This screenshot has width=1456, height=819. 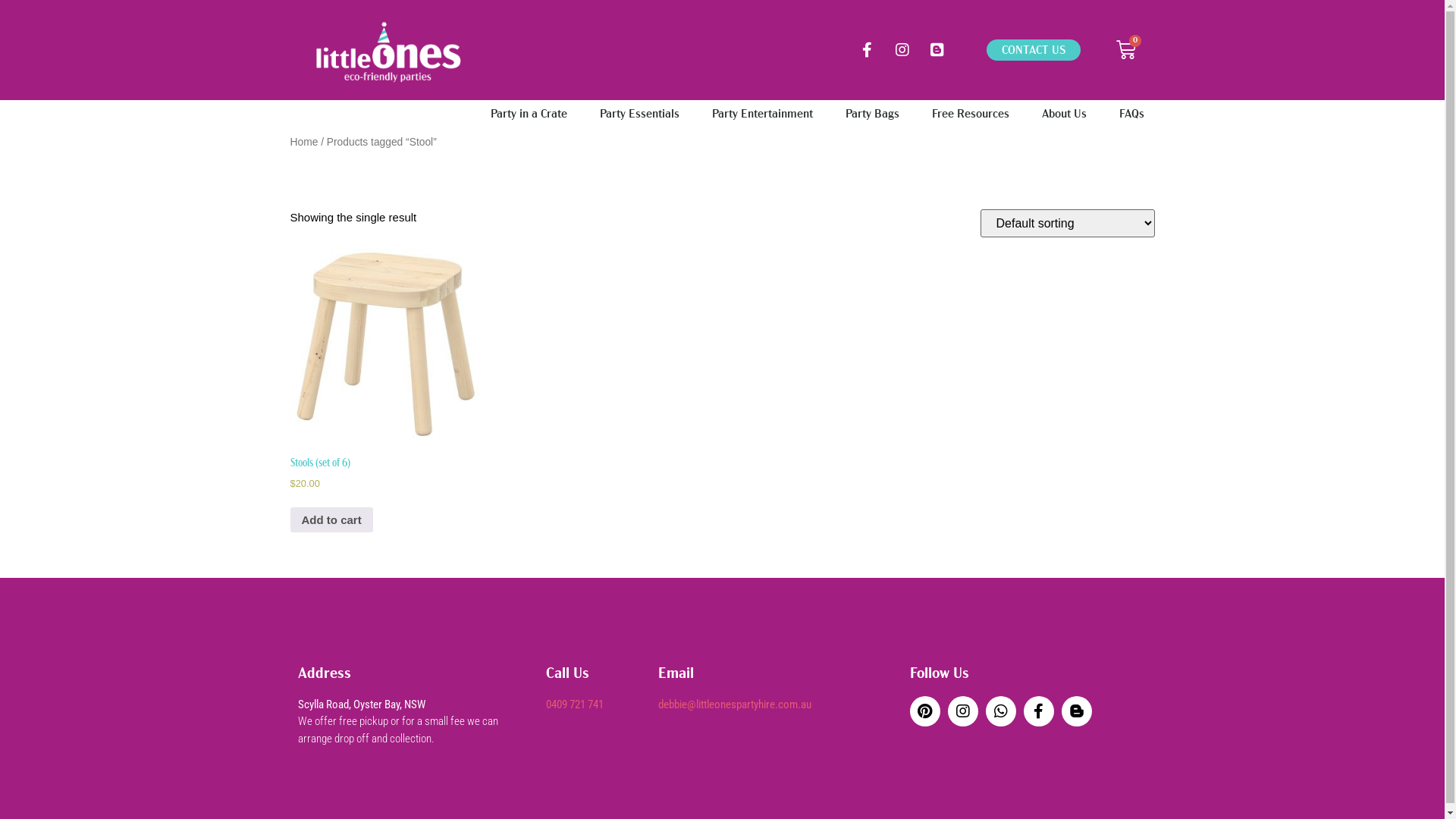 What do you see at coordinates (833, 113) in the screenshot?
I see `'Party Bags'` at bounding box center [833, 113].